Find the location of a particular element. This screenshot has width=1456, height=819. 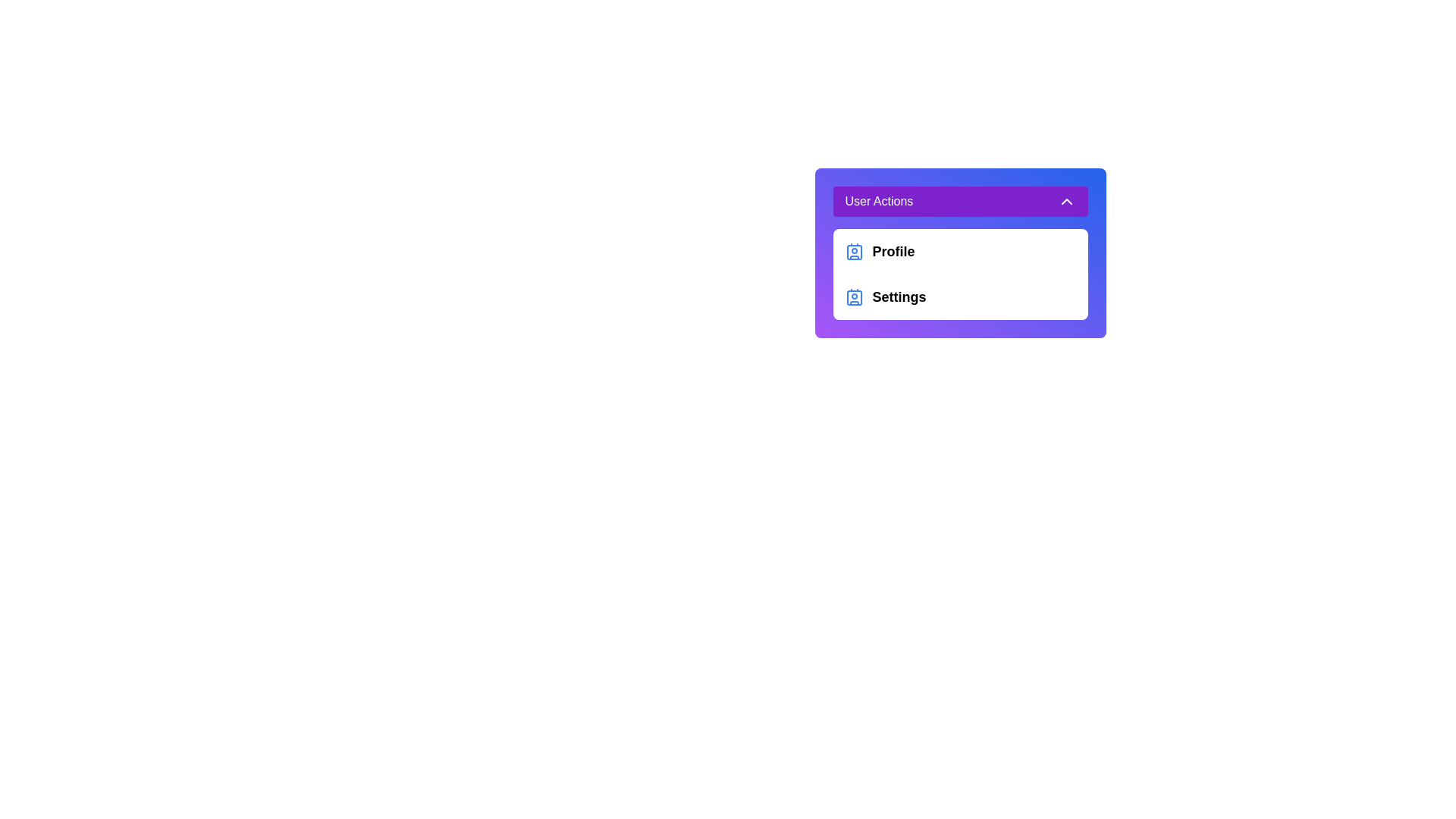

the contact silhouette icon styled within a blue square frame, which is positioned to the left of the 'Settings' label in the dropdown menu under 'User Actions' is located at coordinates (854, 297).